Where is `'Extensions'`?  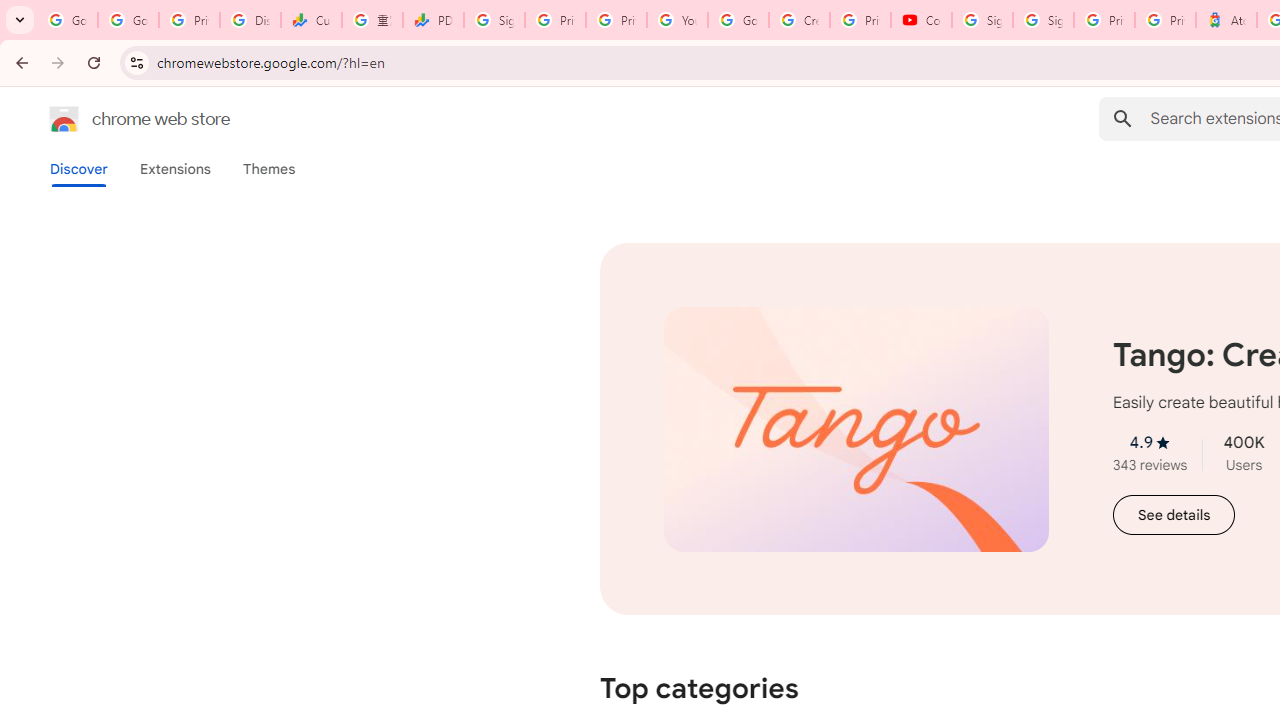
'Extensions' is located at coordinates (174, 168).